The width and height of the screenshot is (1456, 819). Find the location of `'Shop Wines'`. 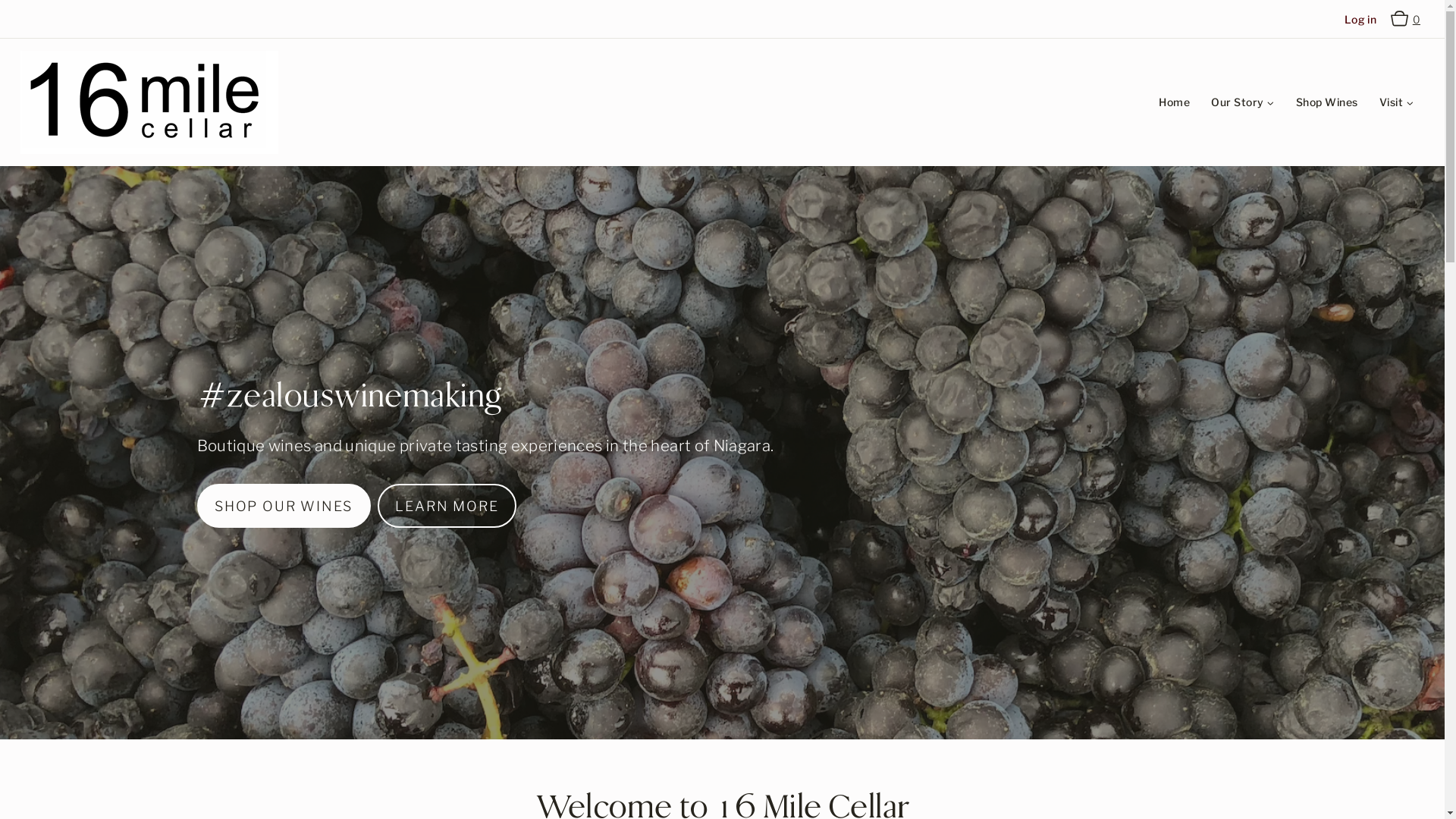

'Shop Wines' is located at coordinates (1326, 102).